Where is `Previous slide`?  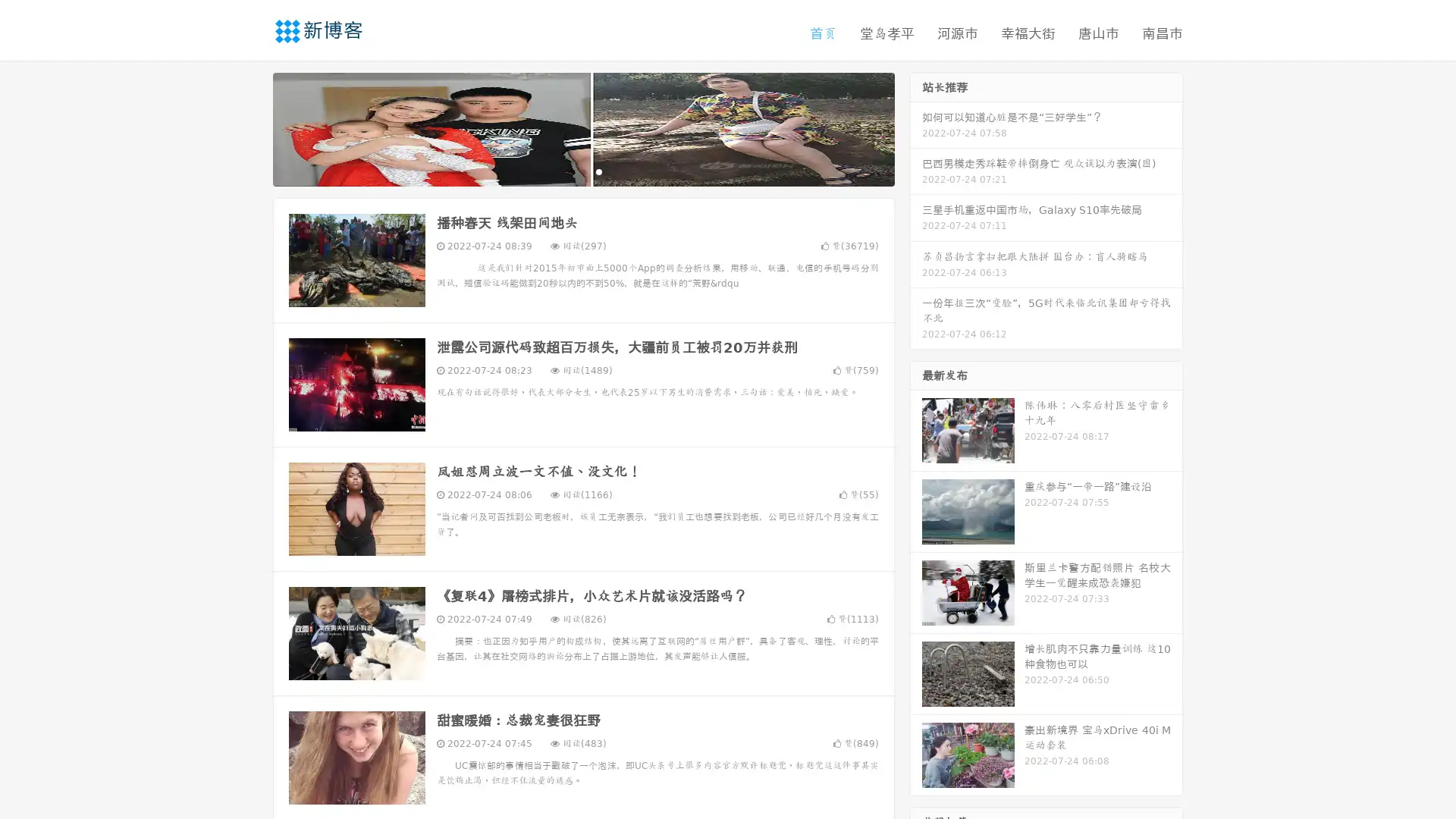
Previous slide is located at coordinates (250, 127).